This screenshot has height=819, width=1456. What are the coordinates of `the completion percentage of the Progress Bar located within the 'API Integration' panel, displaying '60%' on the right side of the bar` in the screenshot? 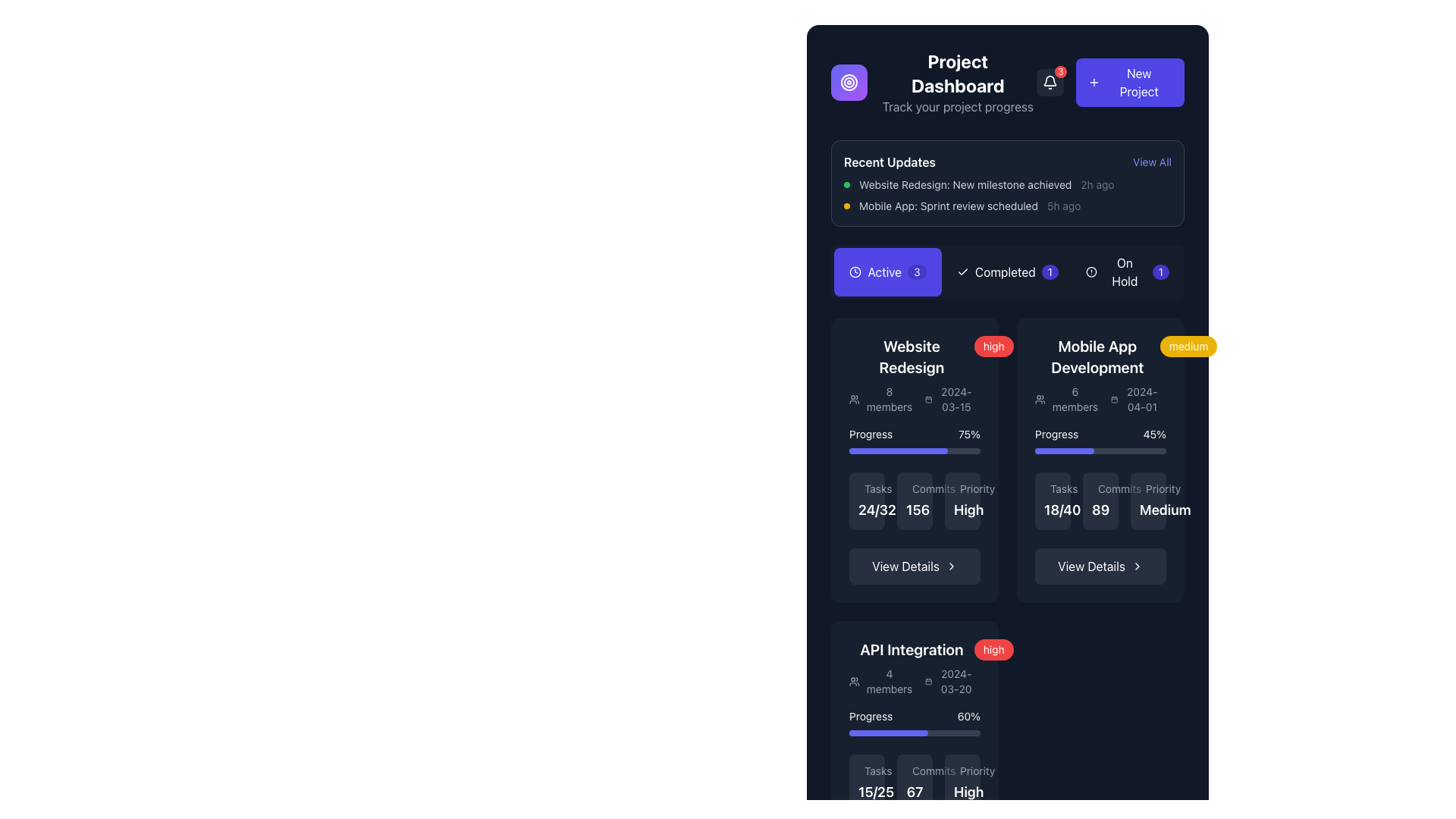 It's located at (914, 721).